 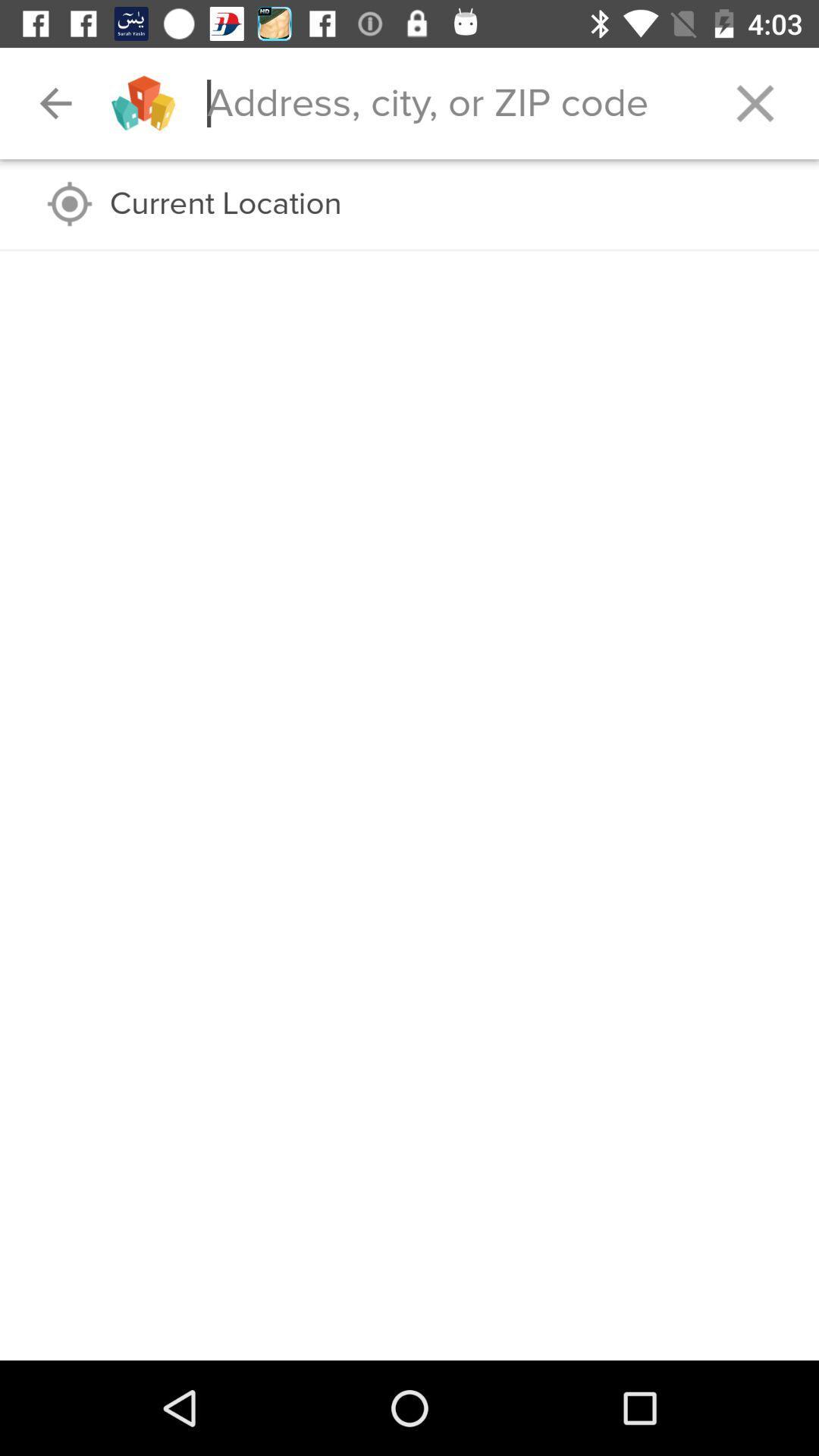 I want to click on the current location icon, so click(x=448, y=203).